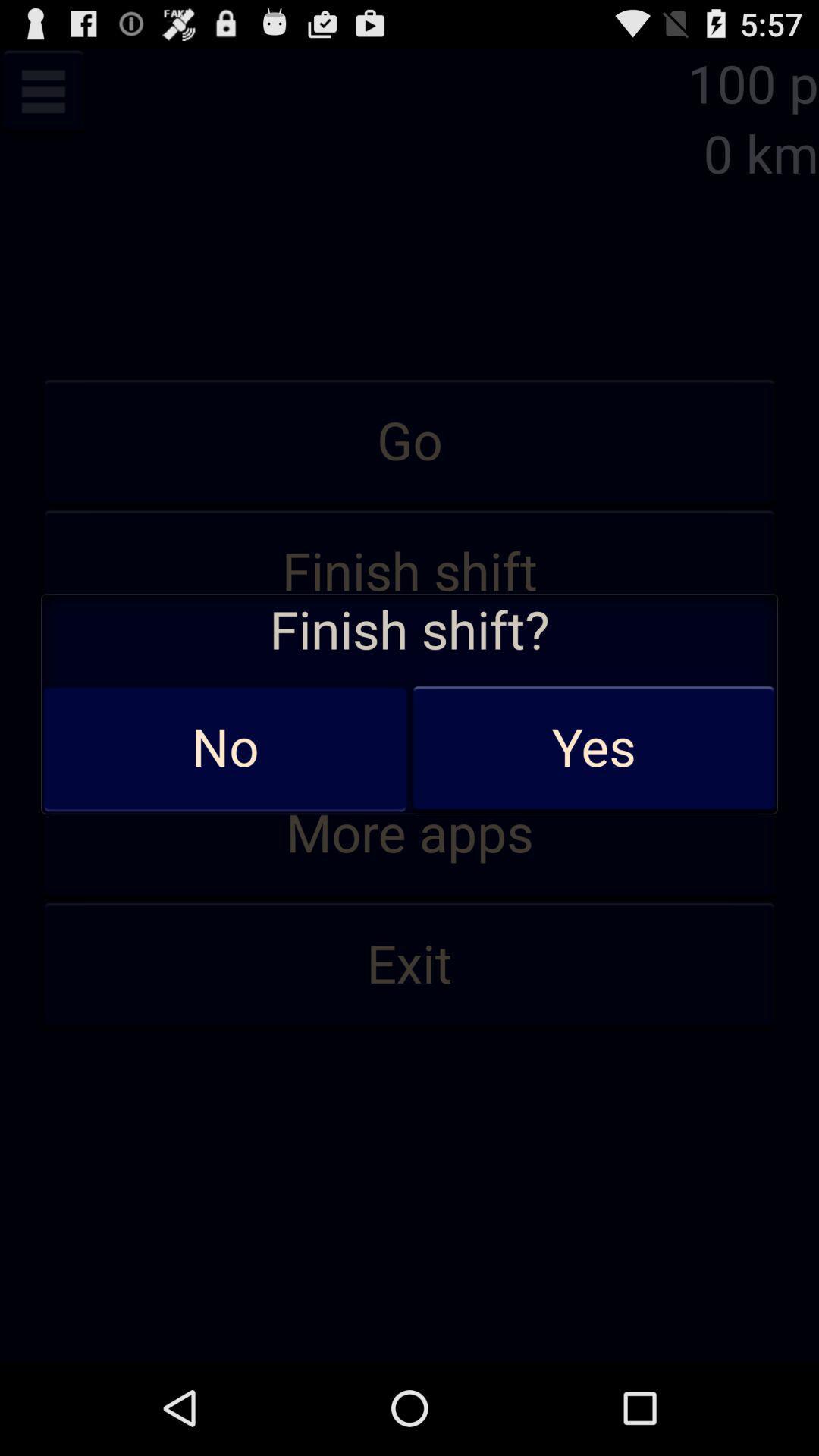 This screenshot has height=1456, width=819. Describe the element at coordinates (409, 703) in the screenshot. I see `the item above the more apps item` at that location.